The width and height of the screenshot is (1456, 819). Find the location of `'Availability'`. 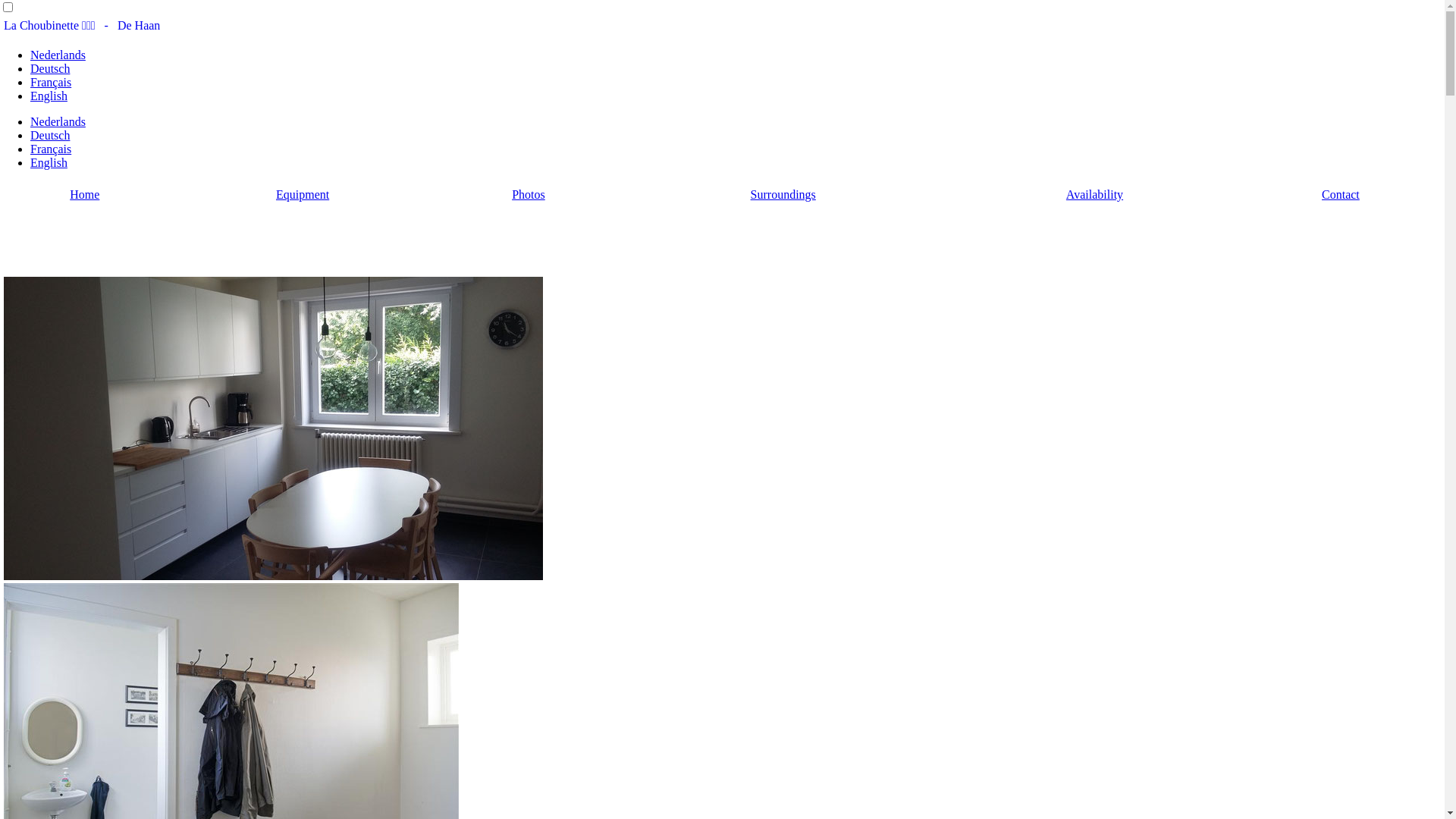

'Availability' is located at coordinates (1094, 193).